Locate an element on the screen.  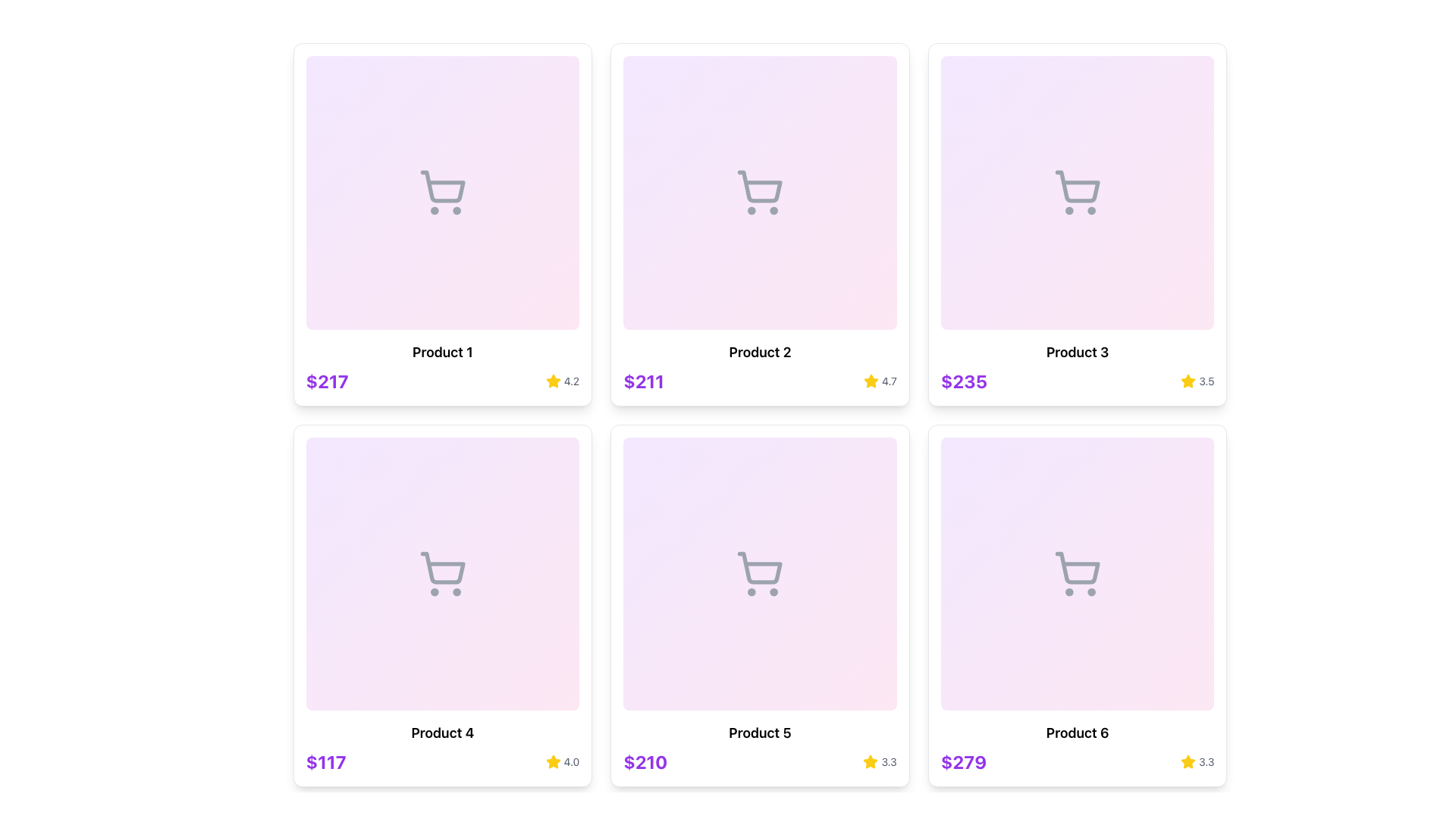
the shopping cart icon located in the sixth product card's header area is located at coordinates (1077, 573).